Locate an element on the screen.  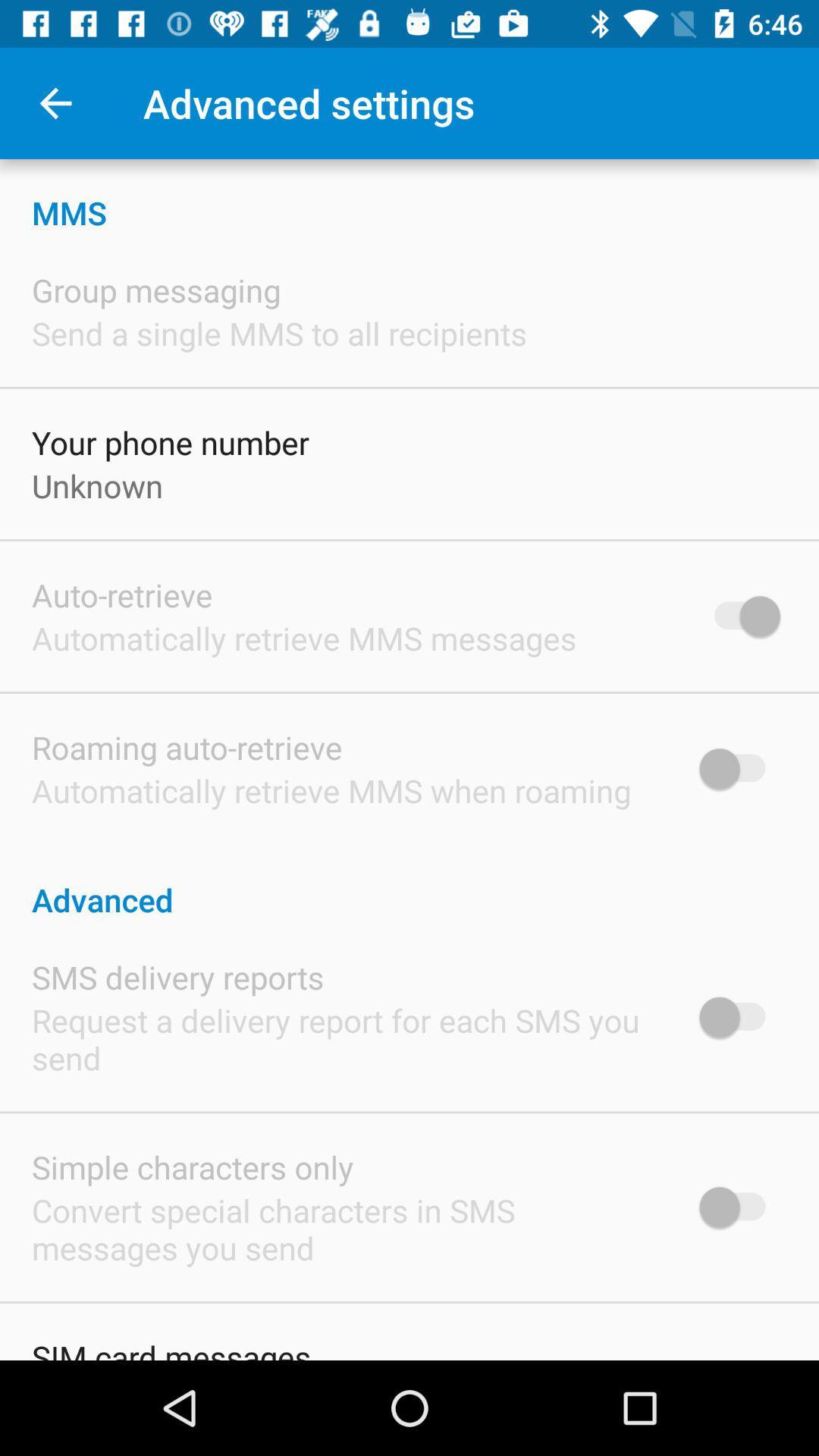
sim card messages item is located at coordinates (171, 1348).